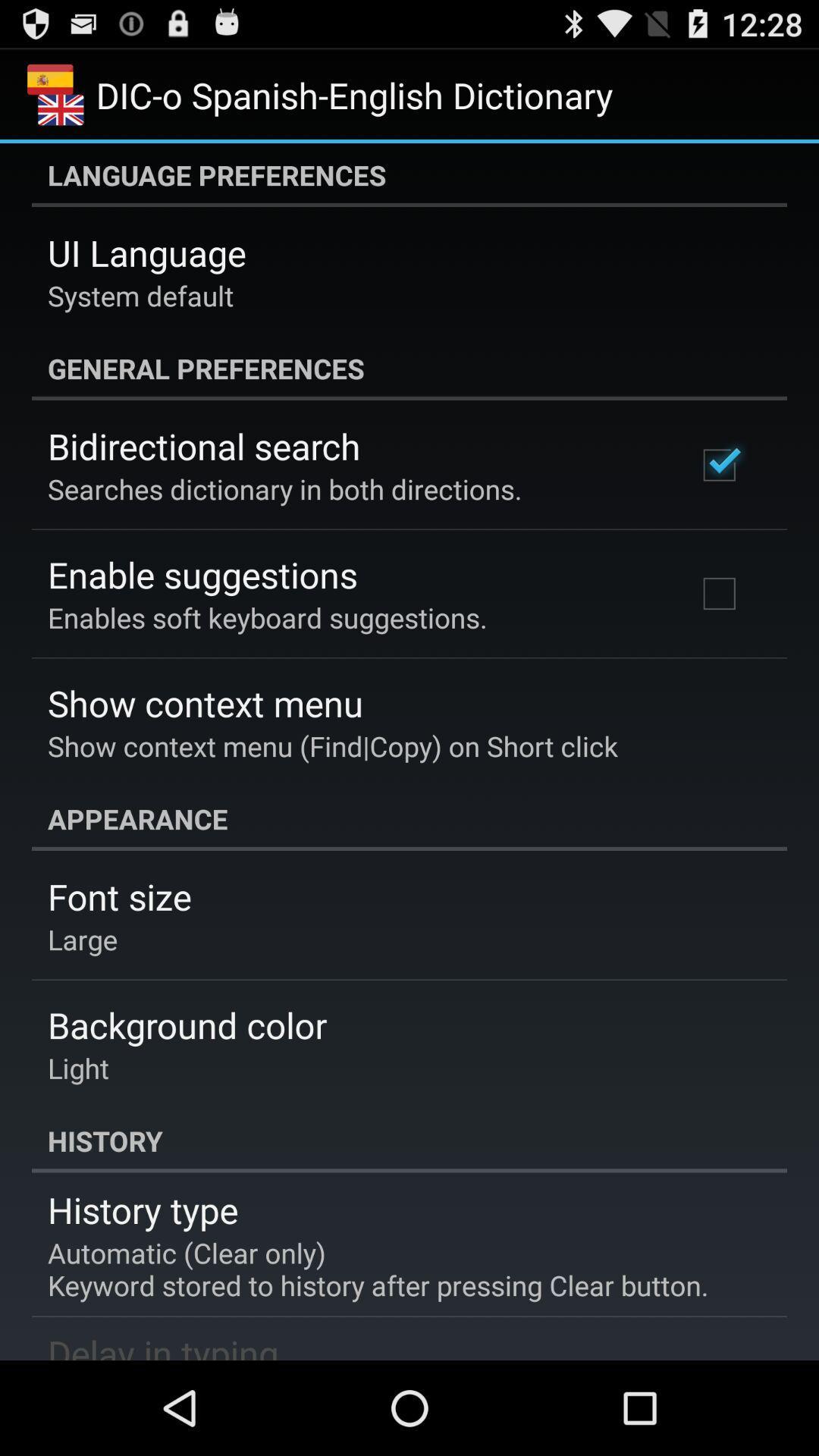  What do you see at coordinates (409, 368) in the screenshot?
I see `the app below system default app` at bounding box center [409, 368].